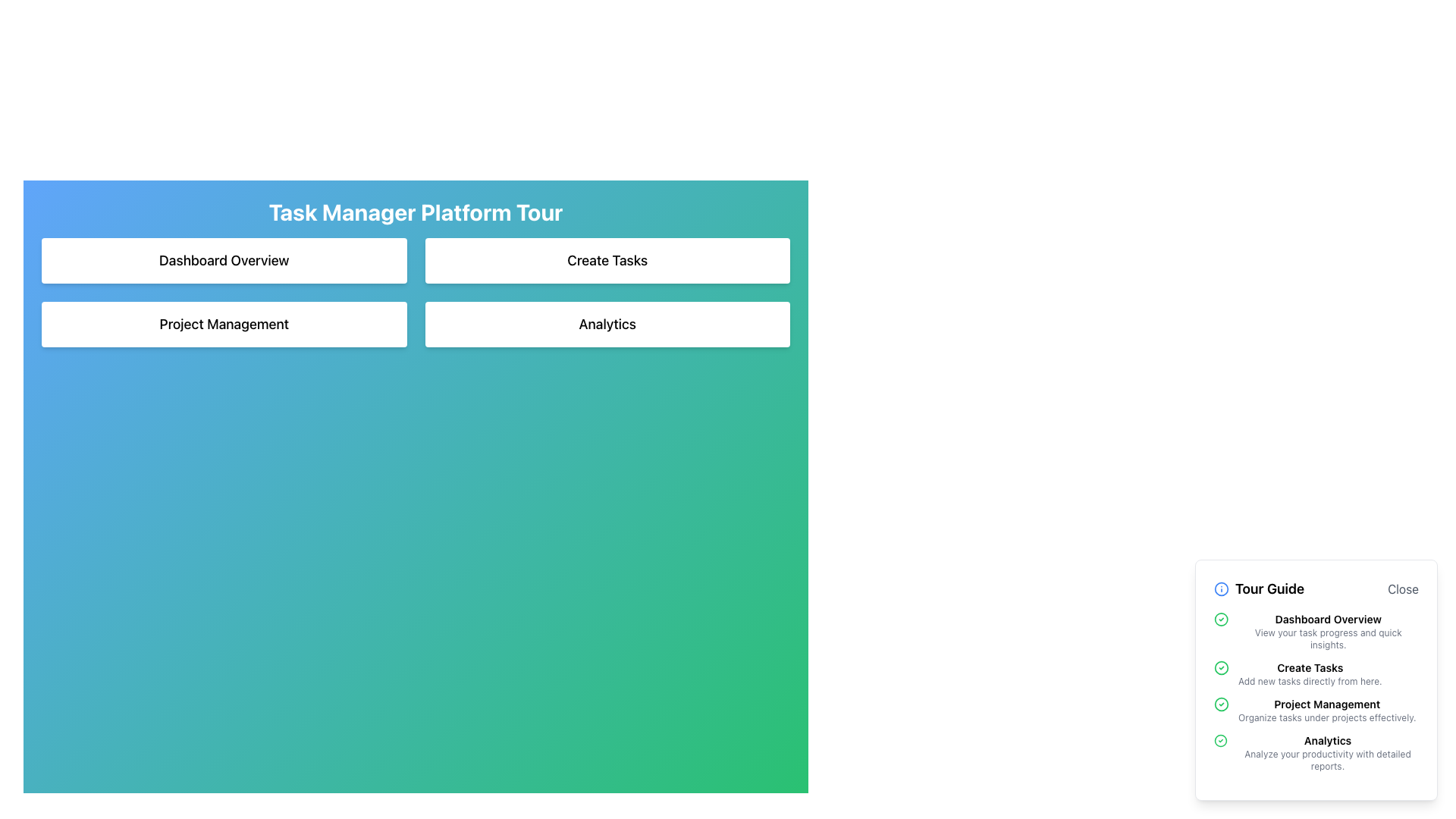 The image size is (1456, 819). What do you see at coordinates (1221, 620) in the screenshot?
I see `the green circular component of the SVG Circle located beside the 'Dashboard Overview' in the 'Tour Guide' section` at bounding box center [1221, 620].